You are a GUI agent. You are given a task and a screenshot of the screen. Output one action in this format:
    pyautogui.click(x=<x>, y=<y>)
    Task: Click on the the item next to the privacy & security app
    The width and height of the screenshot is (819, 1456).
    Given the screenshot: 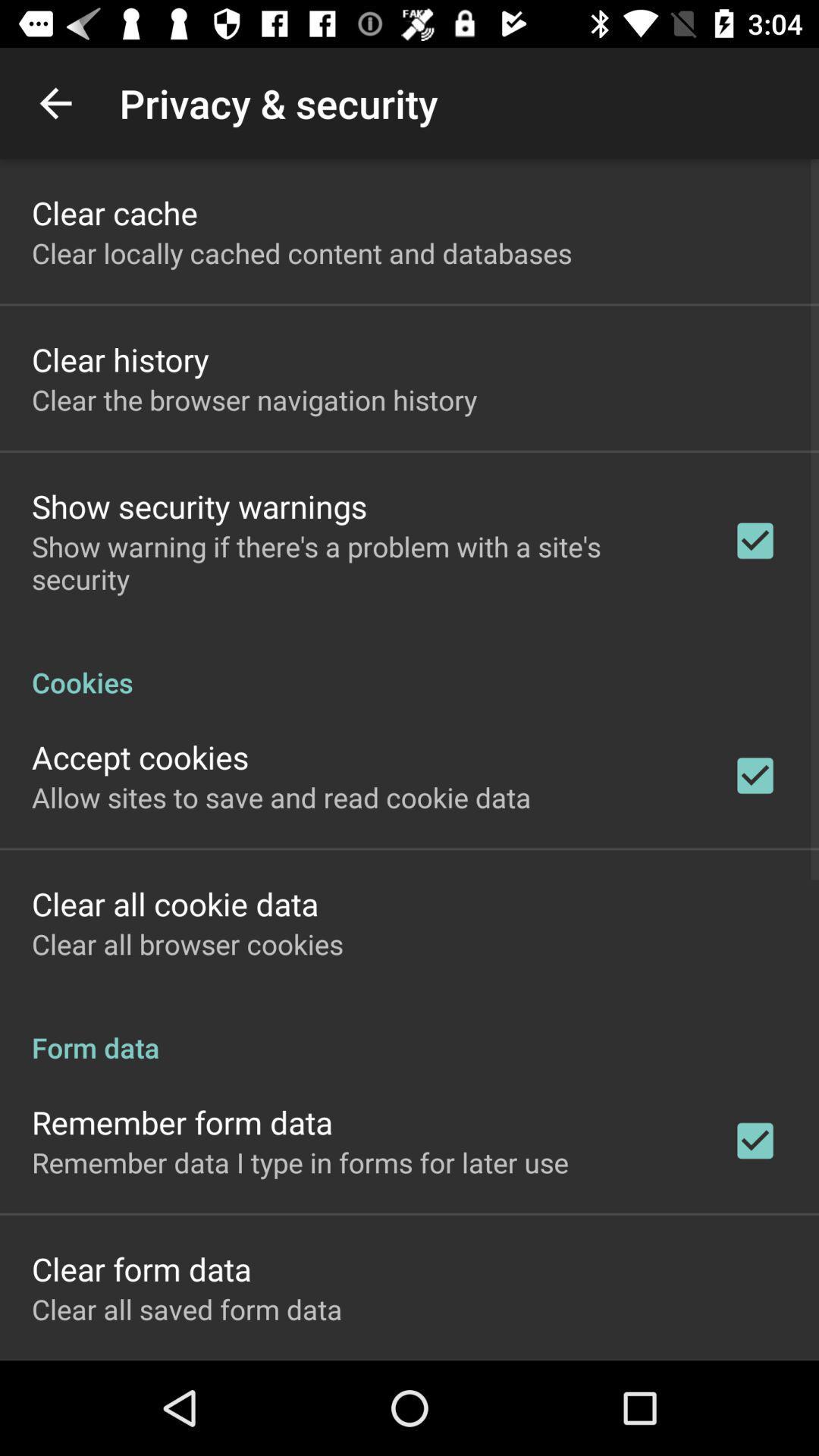 What is the action you would take?
    pyautogui.click(x=55, y=102)
    